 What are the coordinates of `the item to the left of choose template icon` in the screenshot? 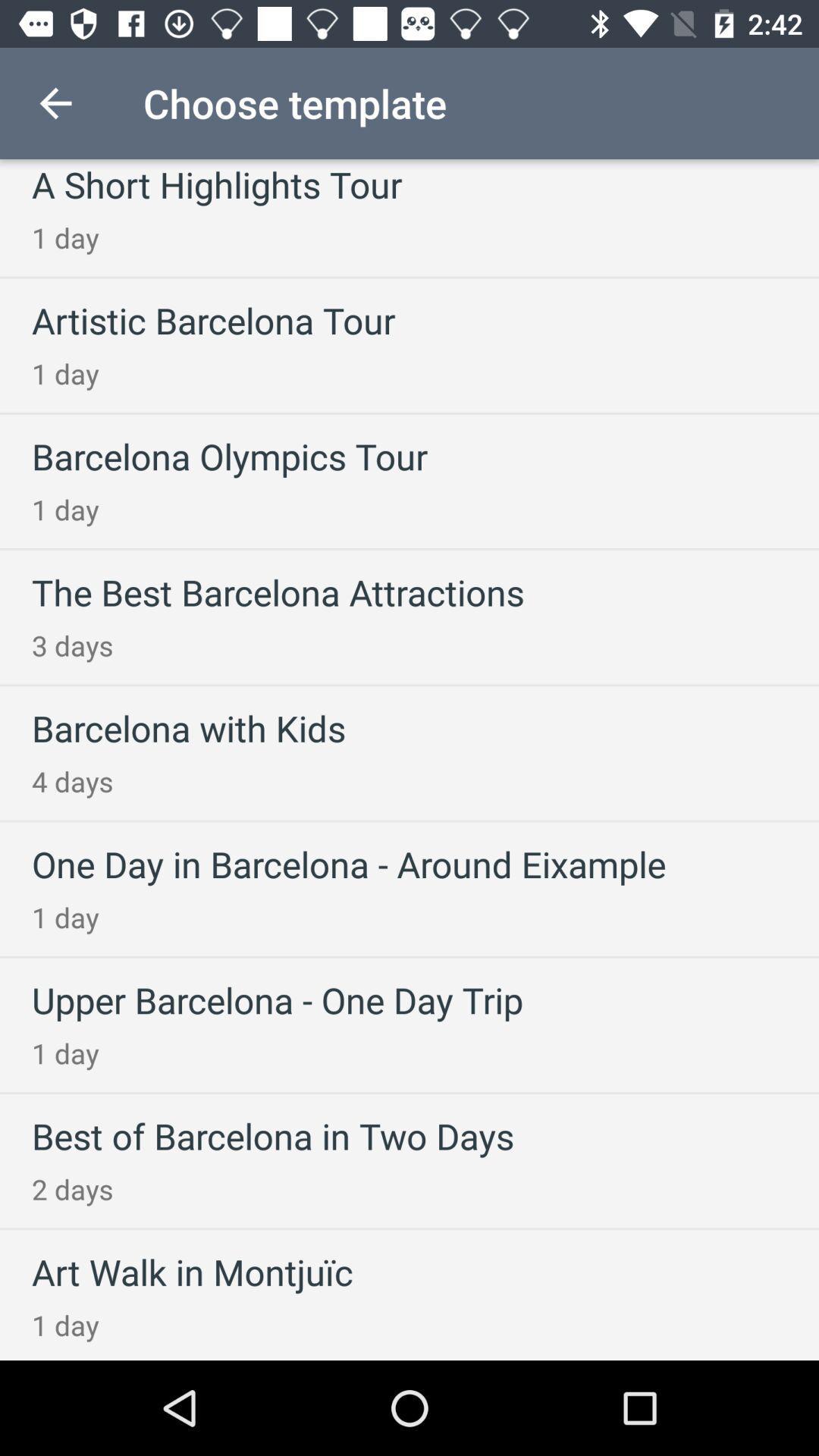 It's located at (55, 102).